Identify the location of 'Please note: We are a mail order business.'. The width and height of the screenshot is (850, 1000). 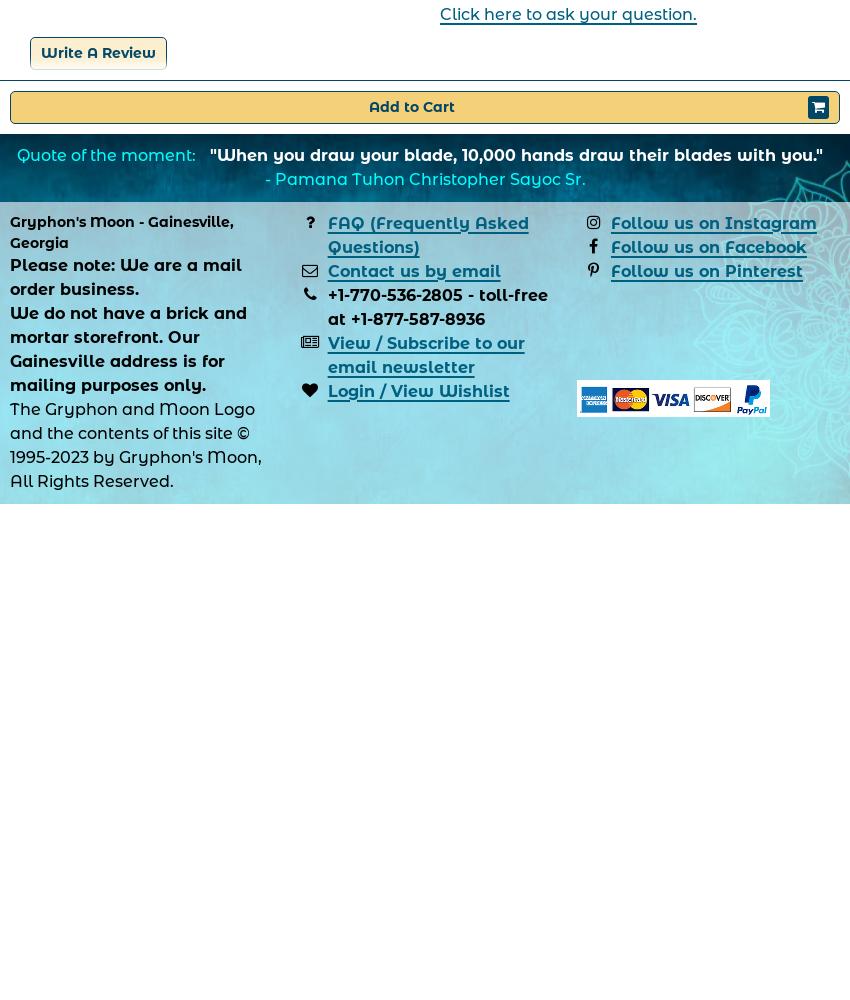
(9, 276).